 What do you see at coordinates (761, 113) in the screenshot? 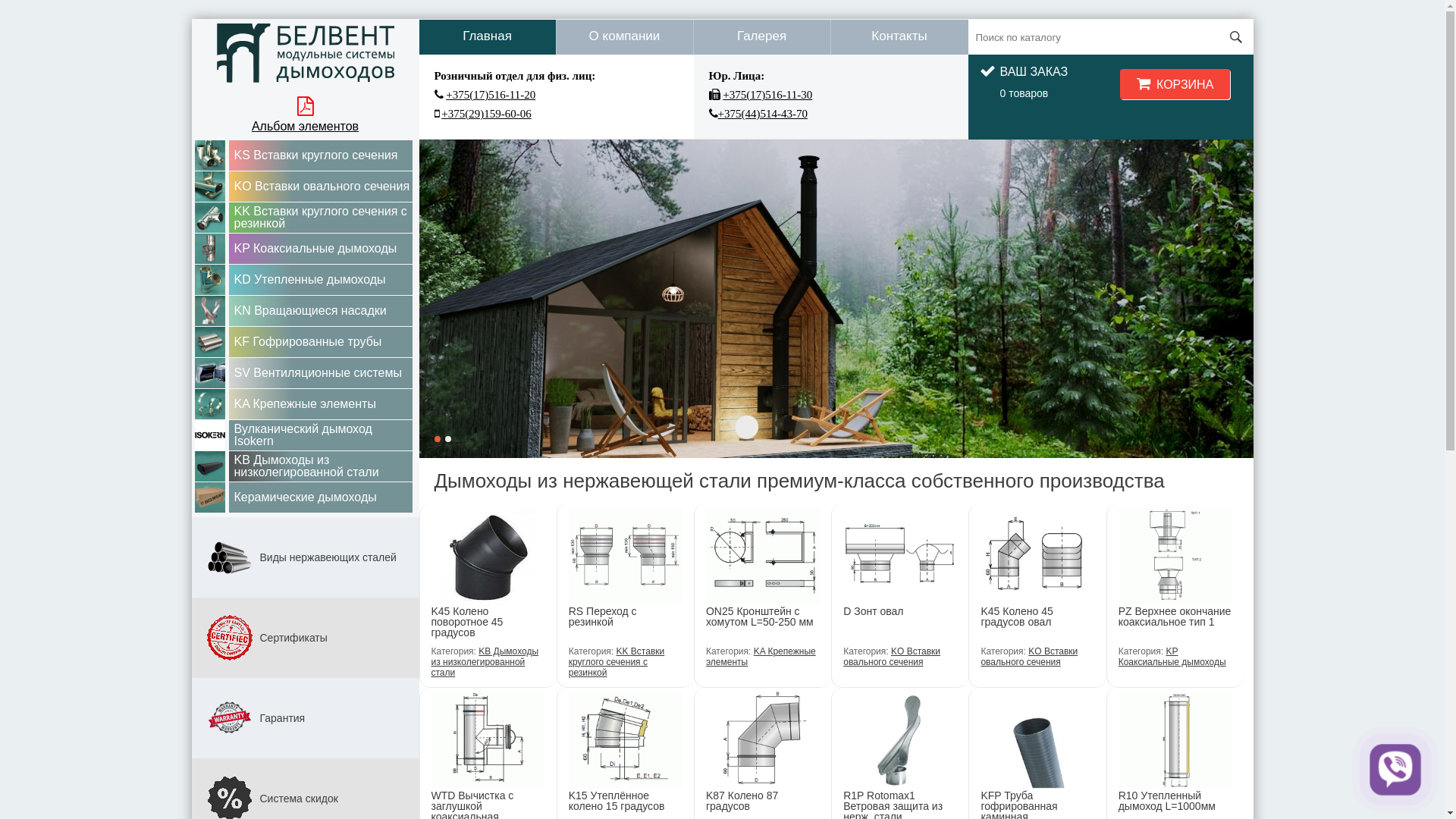
I see `'+375(44)514-43-70'` at bounding box center [761, 113].